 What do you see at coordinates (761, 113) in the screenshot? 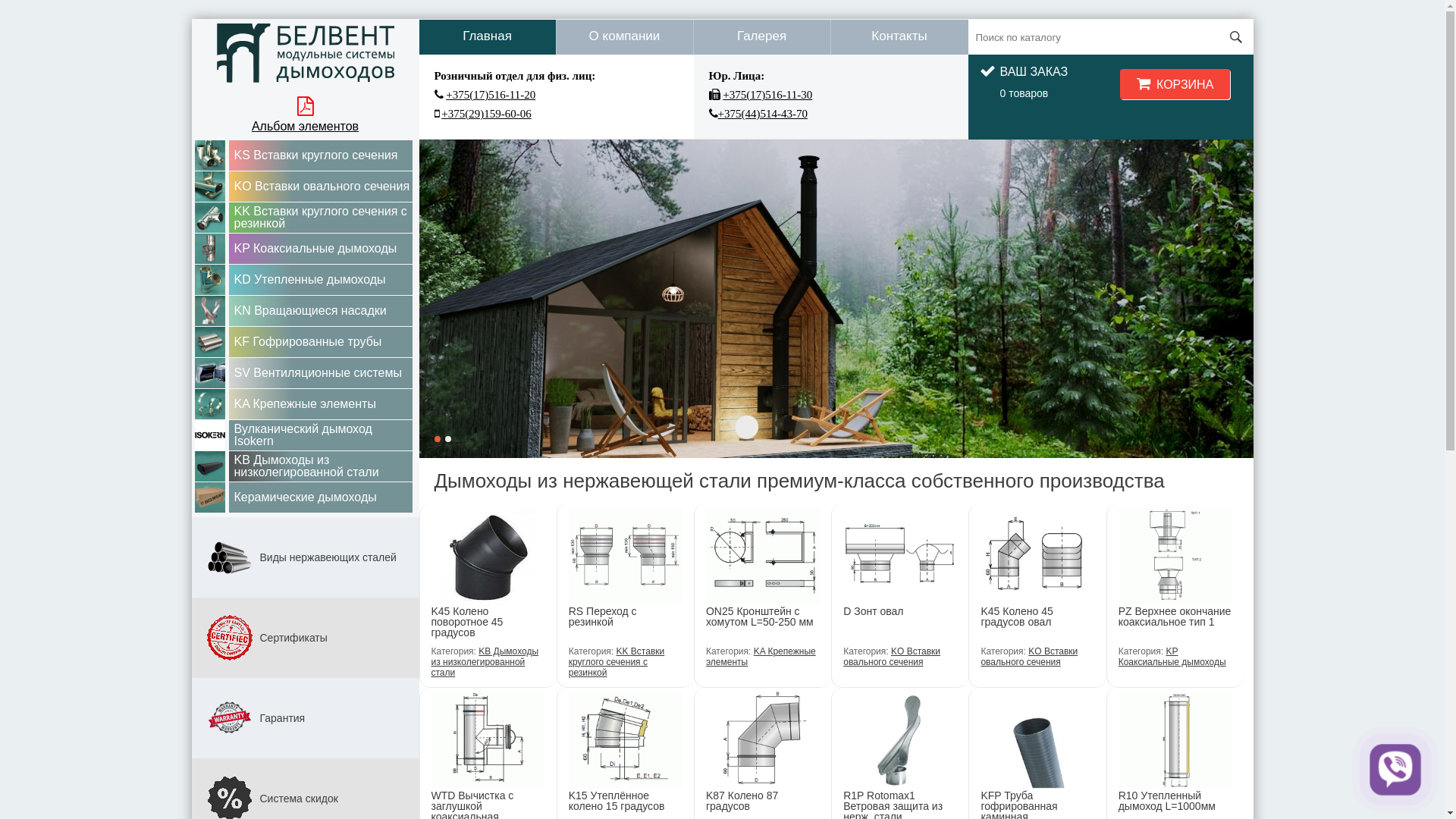
I see `'+375(44)514-43-70'` at bounding box center [761, 113].